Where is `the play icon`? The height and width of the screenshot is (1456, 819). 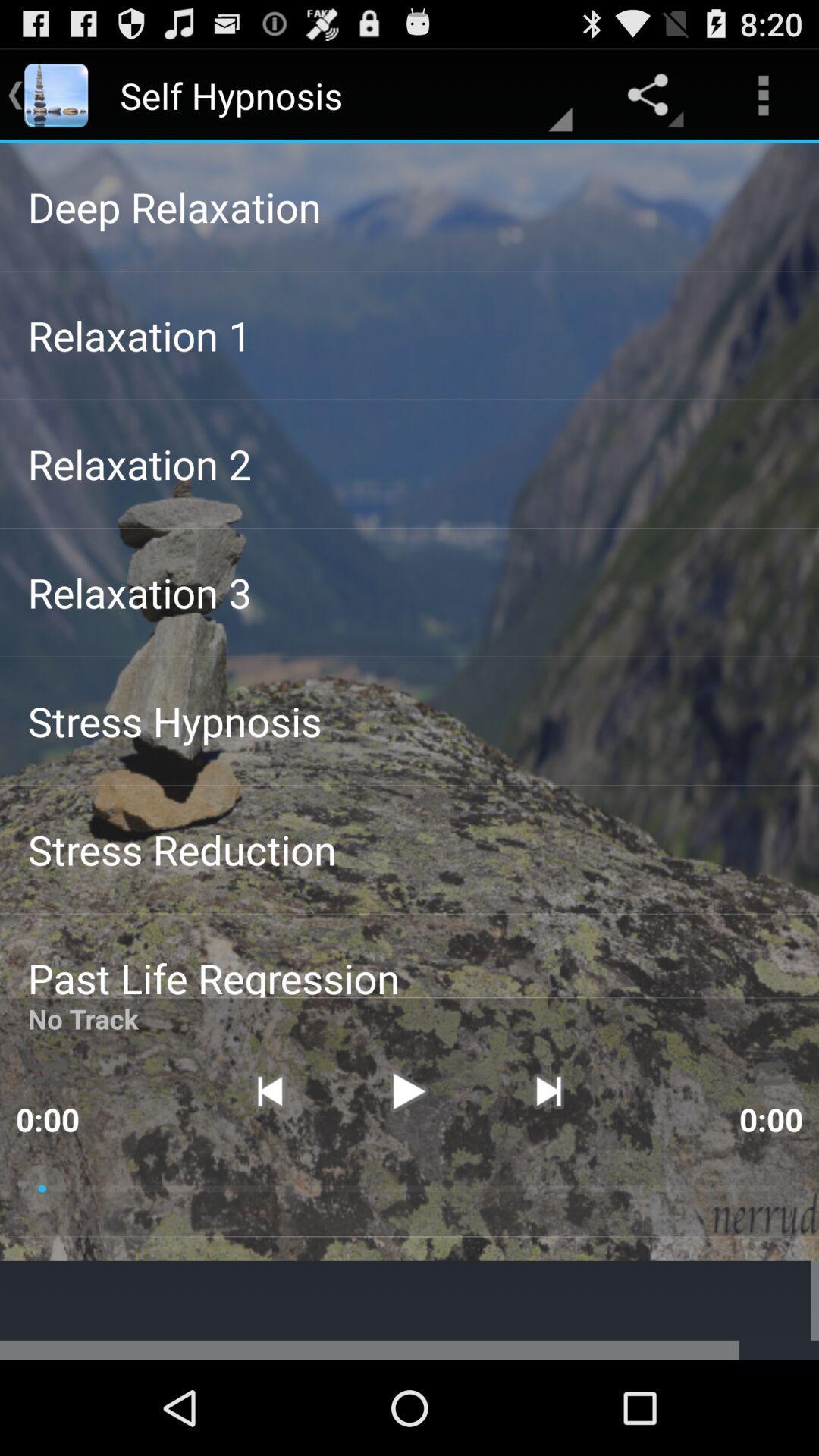 the play icon is located at coordinates (408, 1166).